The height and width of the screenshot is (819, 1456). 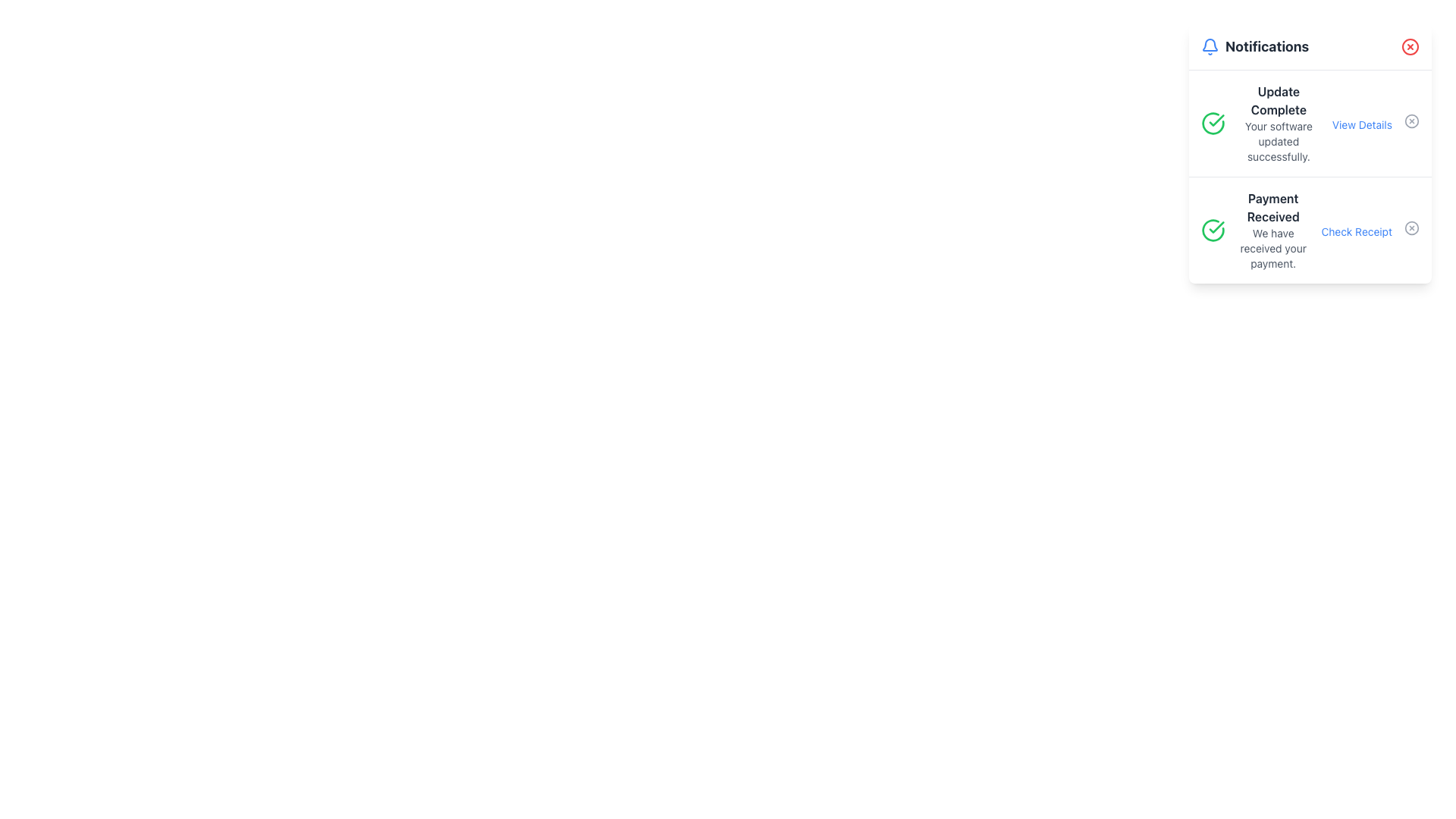 What do you see at coordinates (1212, 122) in the screenshot?
I see `the Graphic Icon that indicates the successful completion of the update, located in the upper section of the notification panel, to the left of the text 'Update Complete'` at bounding box center [1212, 122].